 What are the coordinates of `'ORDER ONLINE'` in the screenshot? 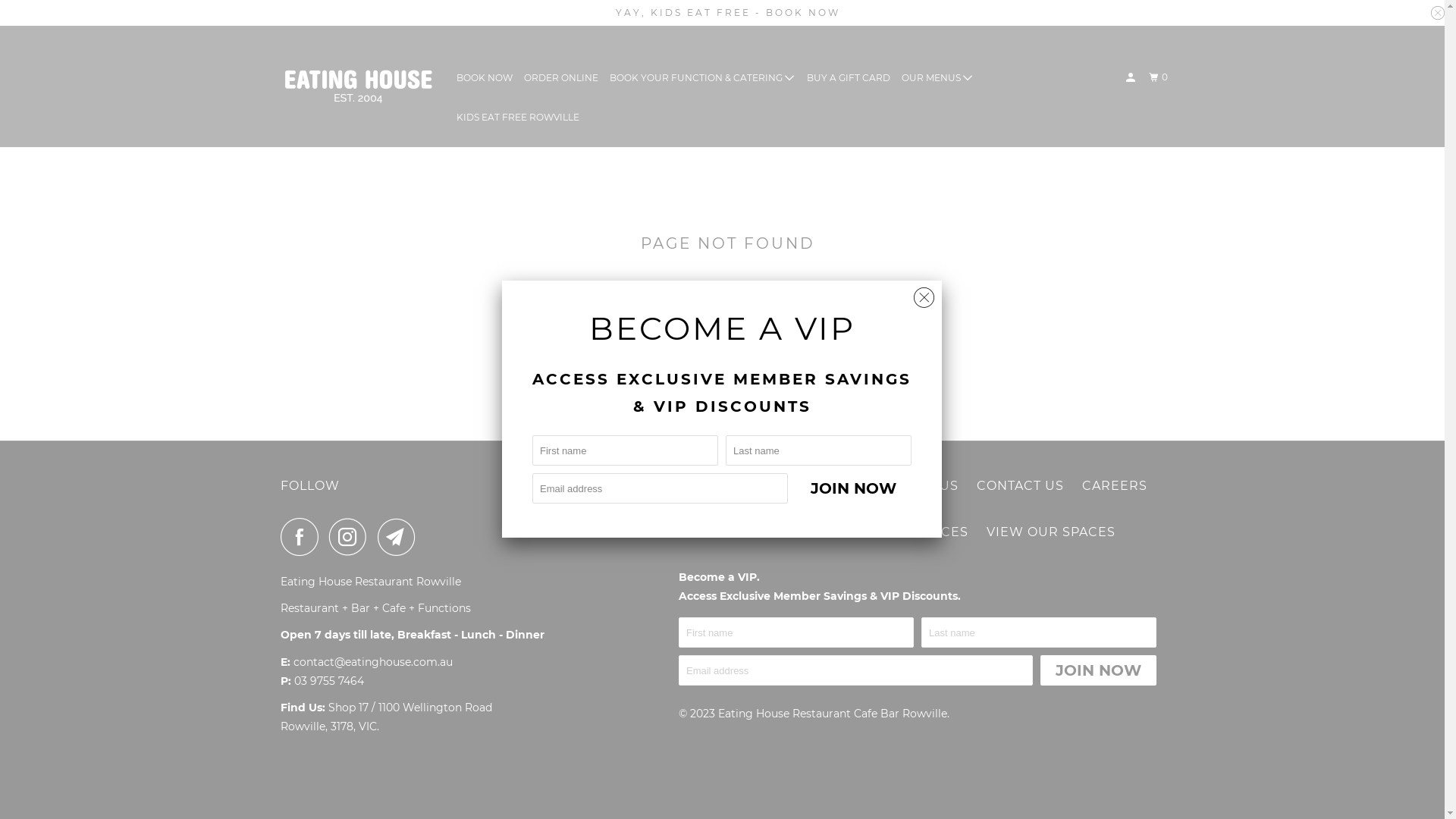 It's located at (560, 78).